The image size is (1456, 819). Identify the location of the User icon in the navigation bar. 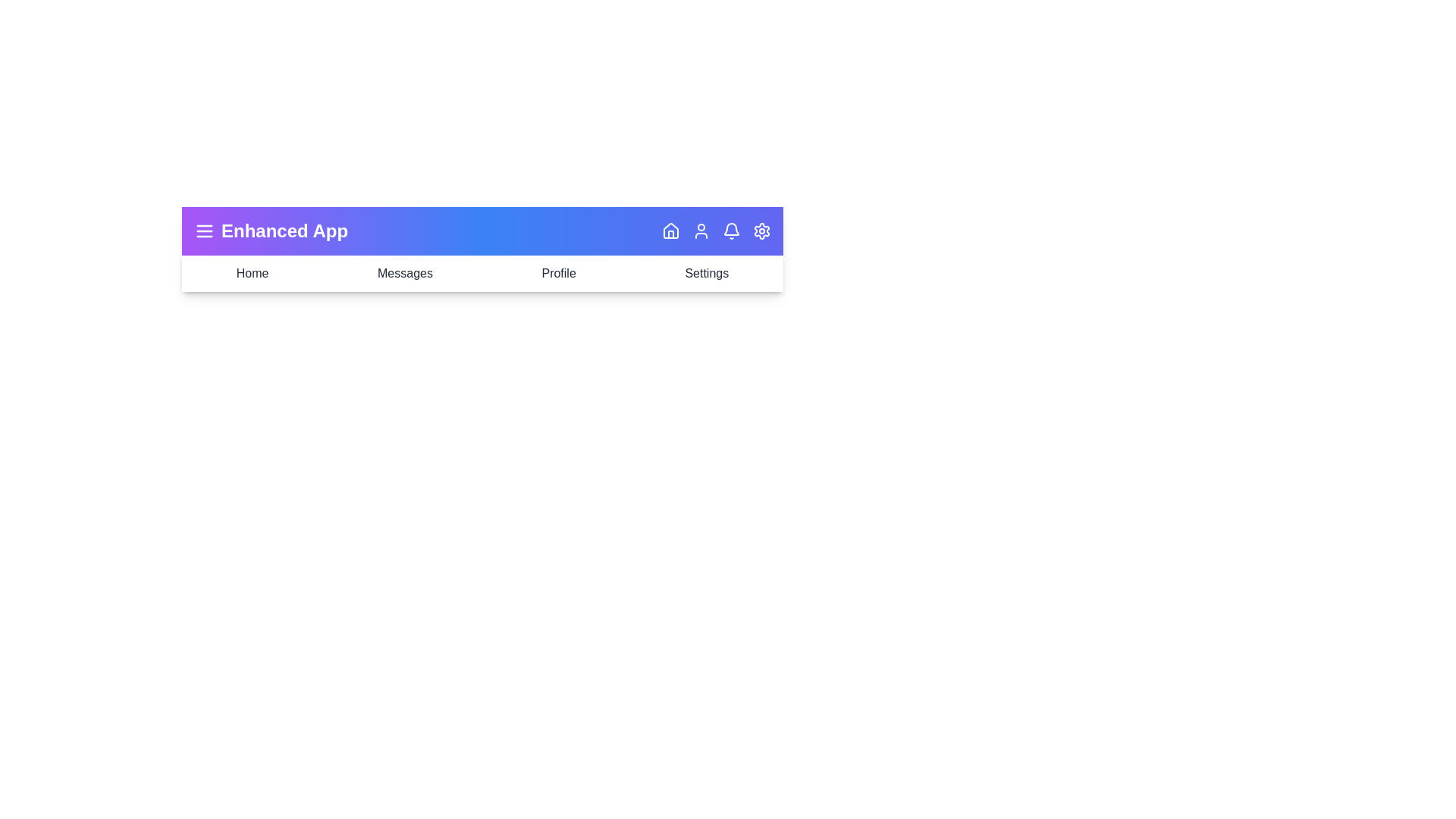
(701, 231).